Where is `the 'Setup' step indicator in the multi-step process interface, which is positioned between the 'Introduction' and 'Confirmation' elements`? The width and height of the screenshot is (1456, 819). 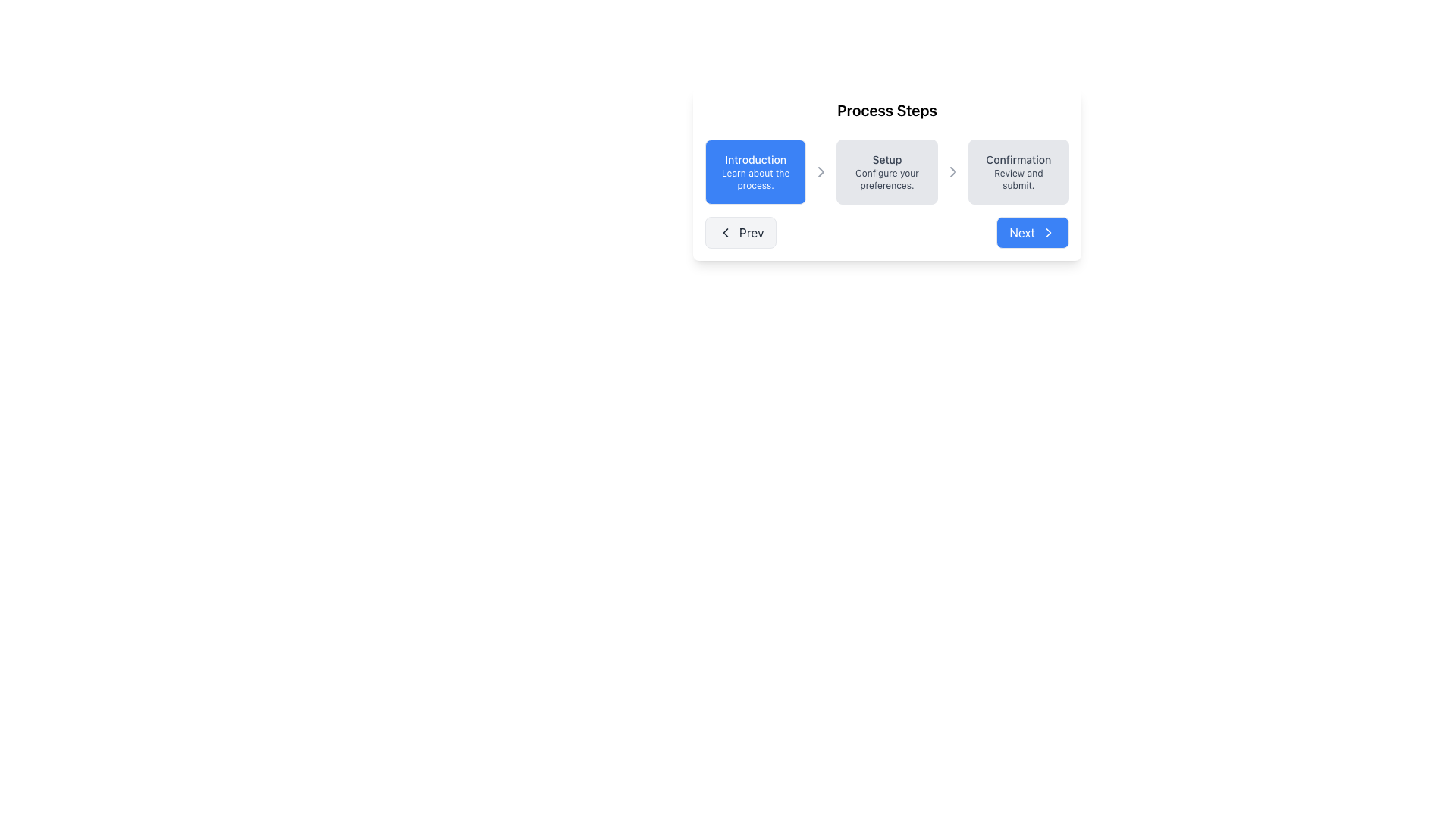 the 'Setup' step indicator in the multi-step process interface, which is positioned between the 'Introduction' and 'Confirmation' elements is located at coordinates (887, 171).